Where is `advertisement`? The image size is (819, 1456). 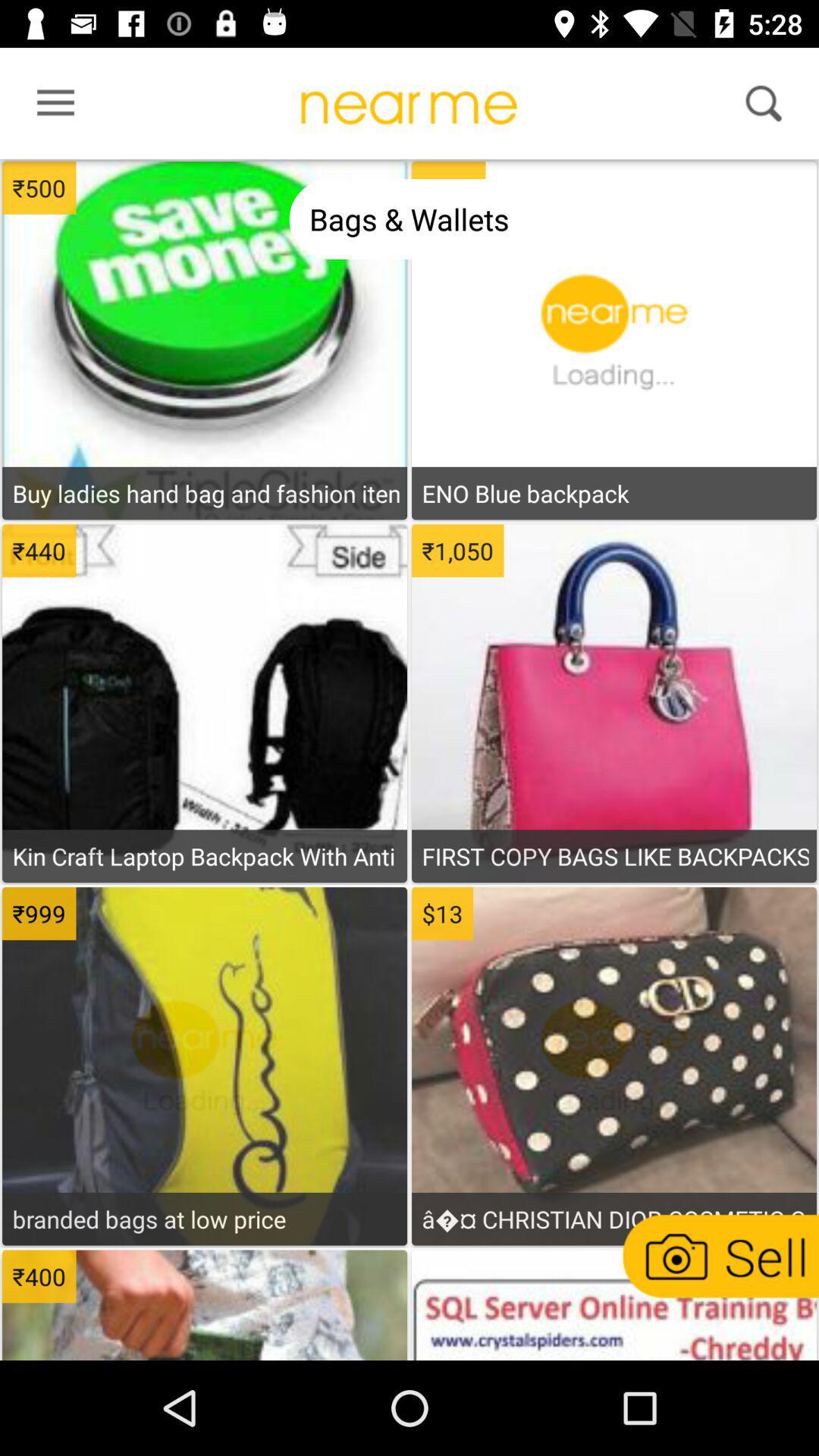
advertisement is located at coordinates (205, 815).